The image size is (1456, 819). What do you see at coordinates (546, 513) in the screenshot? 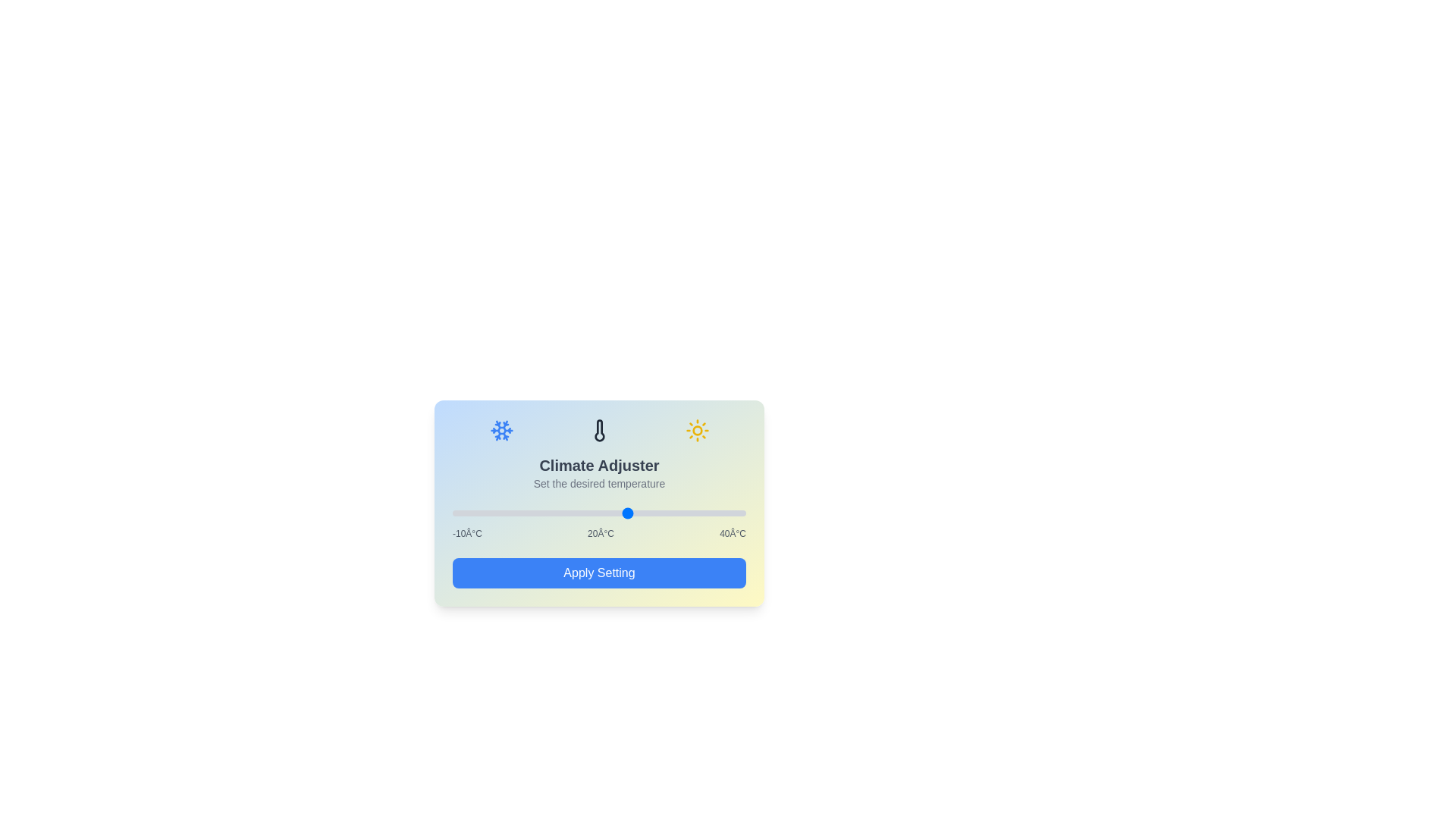
I see `the temperature slider to set the temperature to 6°C` at bounding box center [546, 513].